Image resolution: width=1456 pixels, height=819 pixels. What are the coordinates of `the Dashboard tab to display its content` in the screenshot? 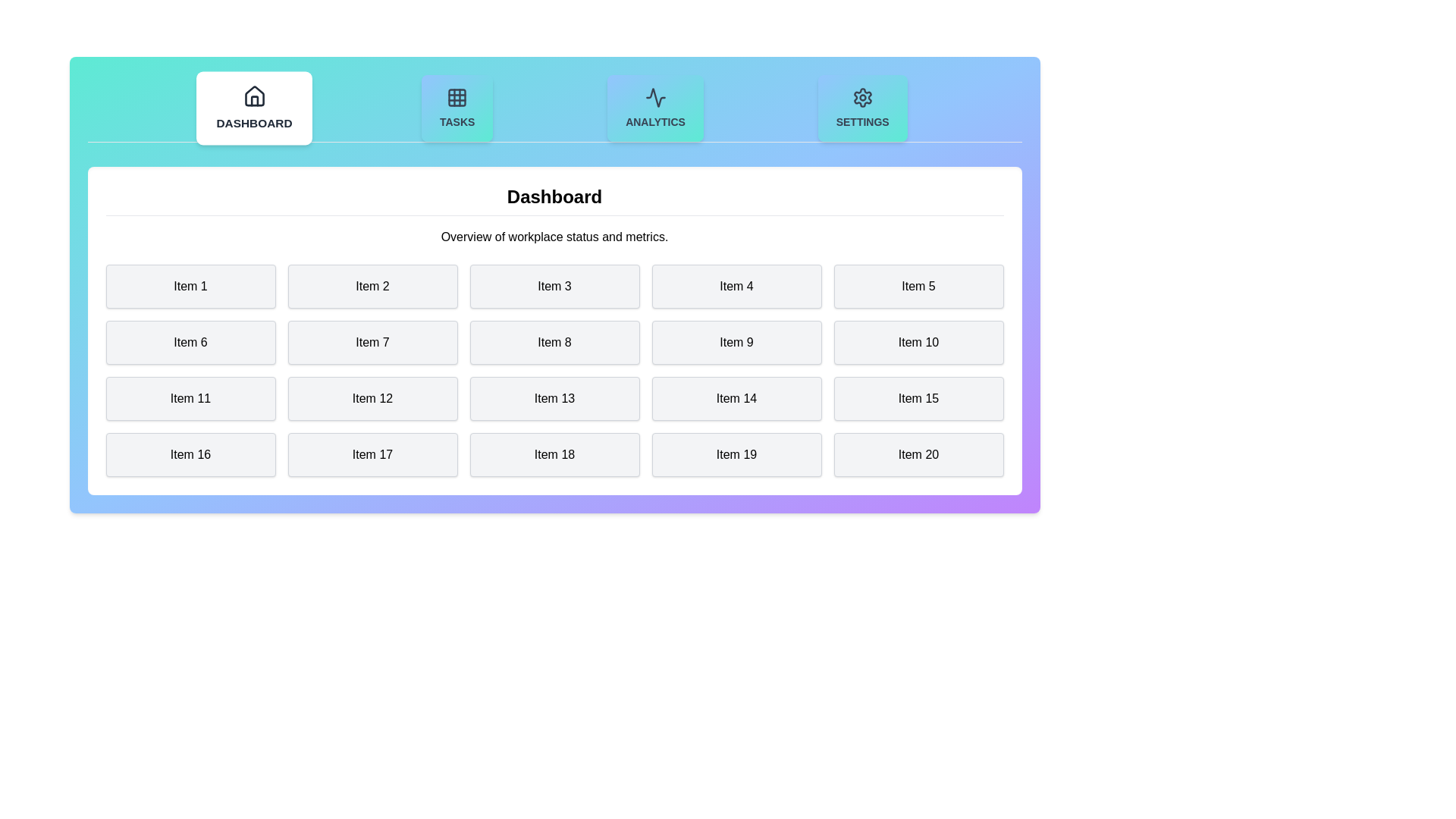 It's located at (254, 107).